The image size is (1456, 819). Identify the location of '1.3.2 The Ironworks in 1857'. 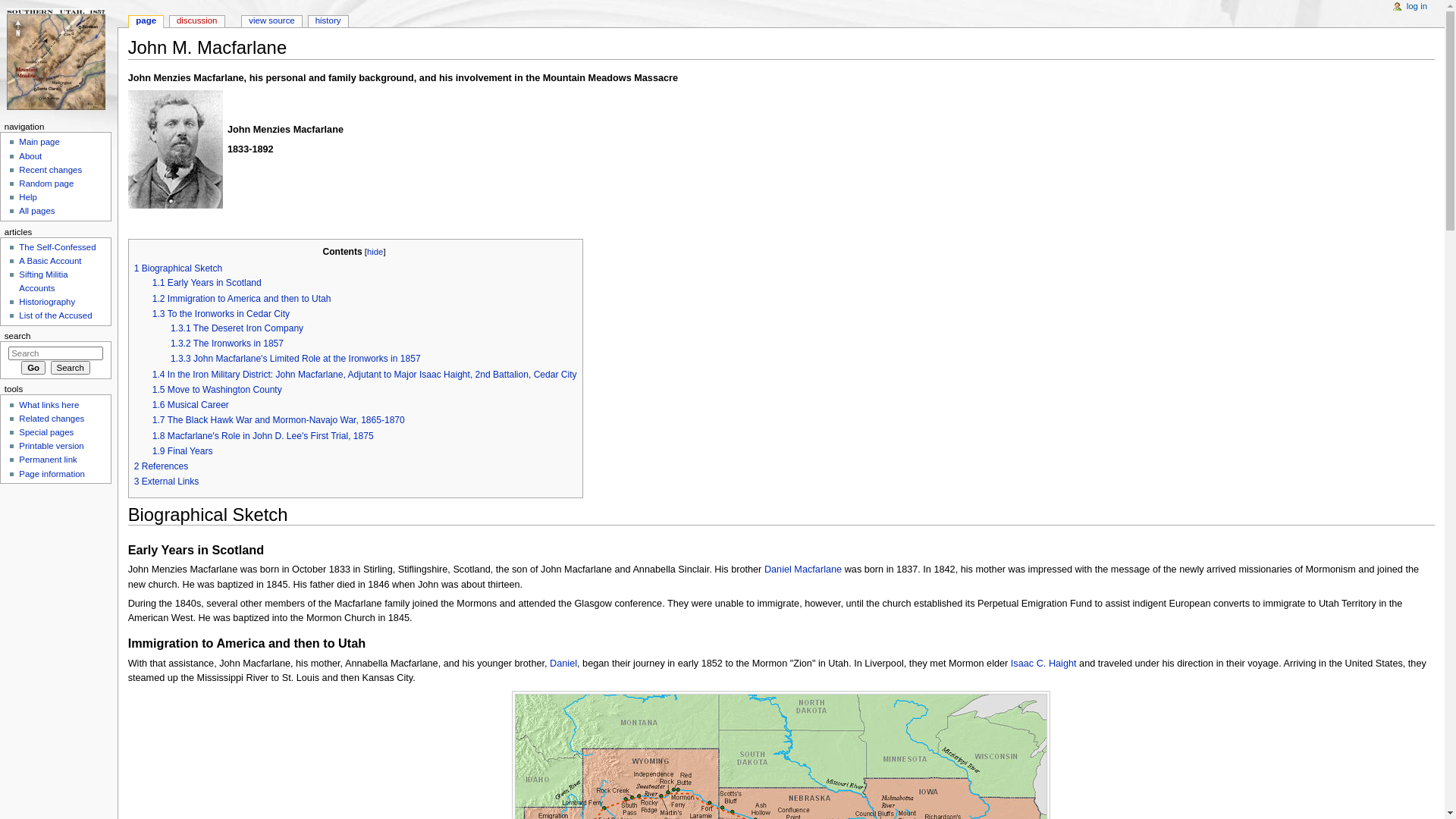
(171, 343).